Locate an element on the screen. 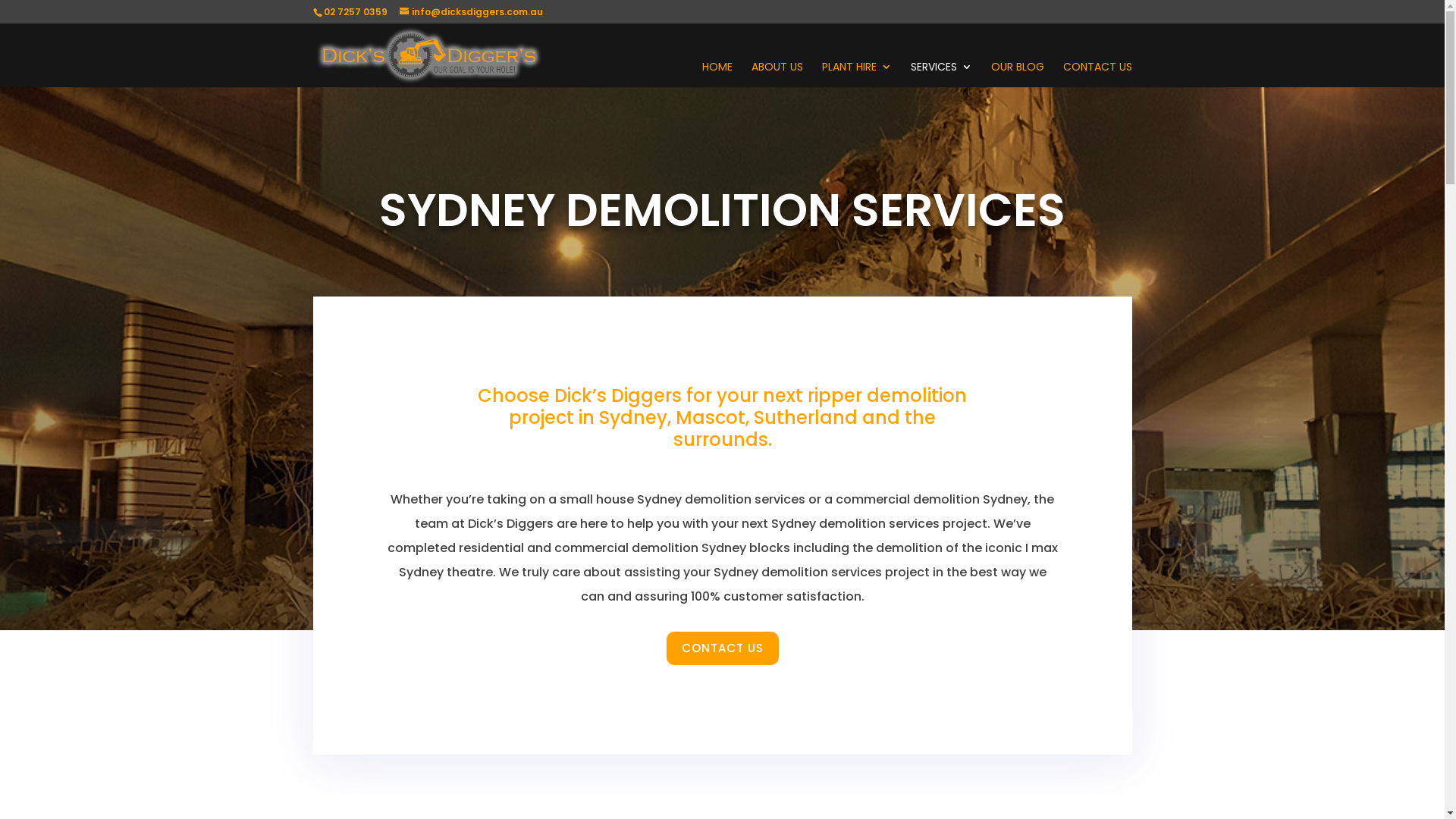 The height and width of the screenshot is (819, 1456). 'CONTACT US' is located at coordinates (720, 648).